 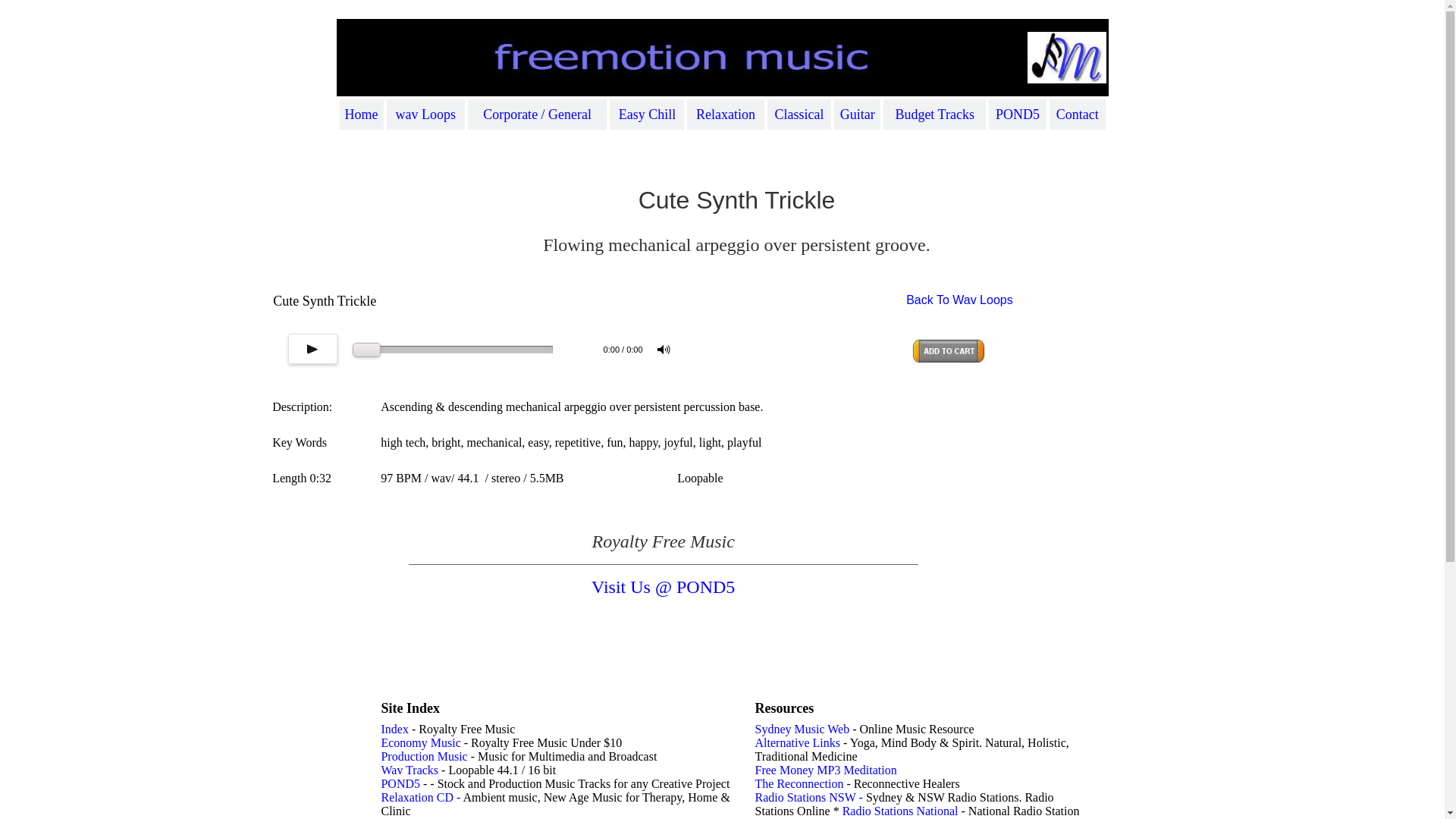 I want to click on 'POND5', so click(x=1018, y=113).